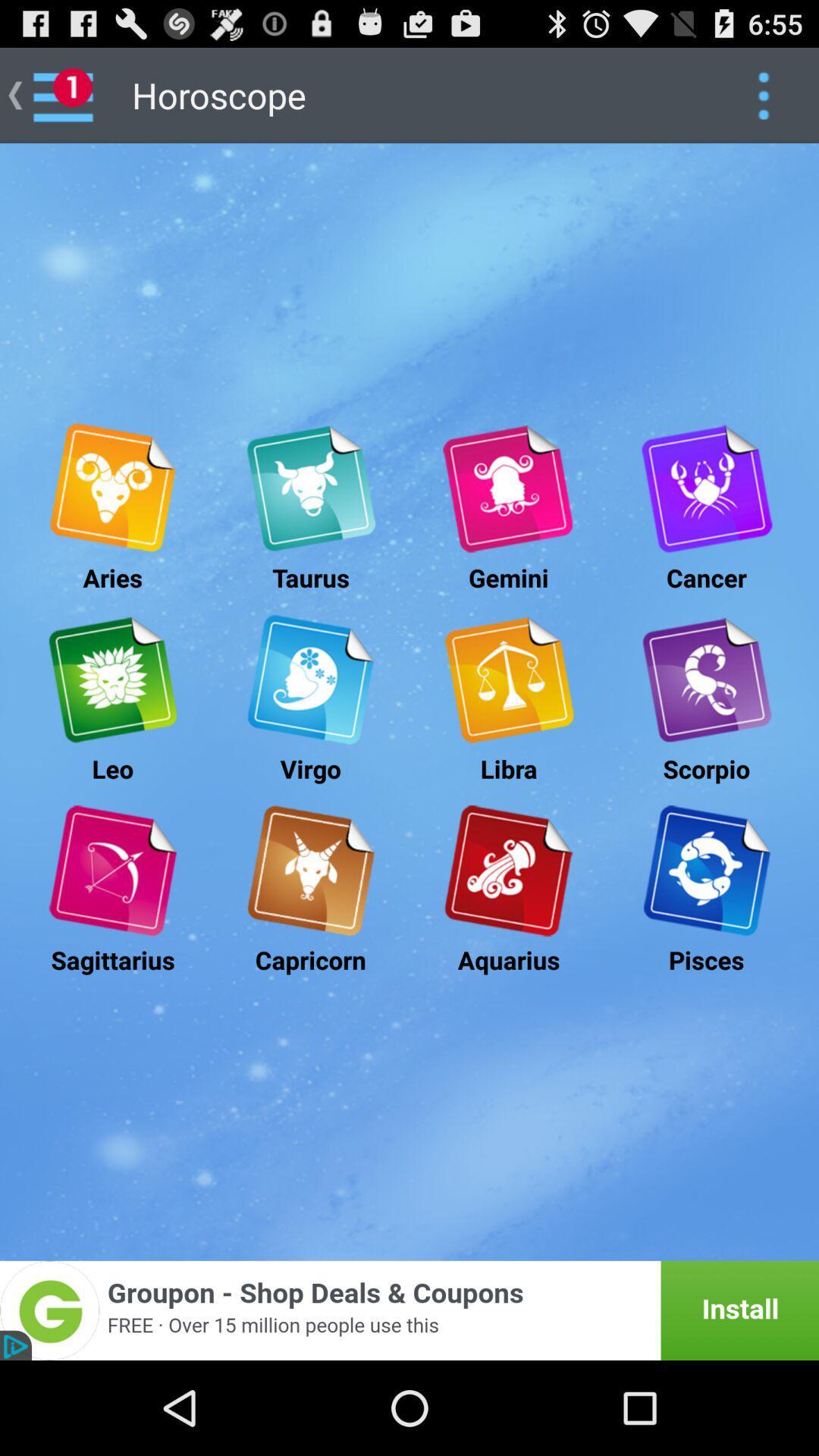 The height and width of the screenshot is (1456, 819). Describe the element at coordinates (763, 94) in the screenshot. I see `google control button` at that location.